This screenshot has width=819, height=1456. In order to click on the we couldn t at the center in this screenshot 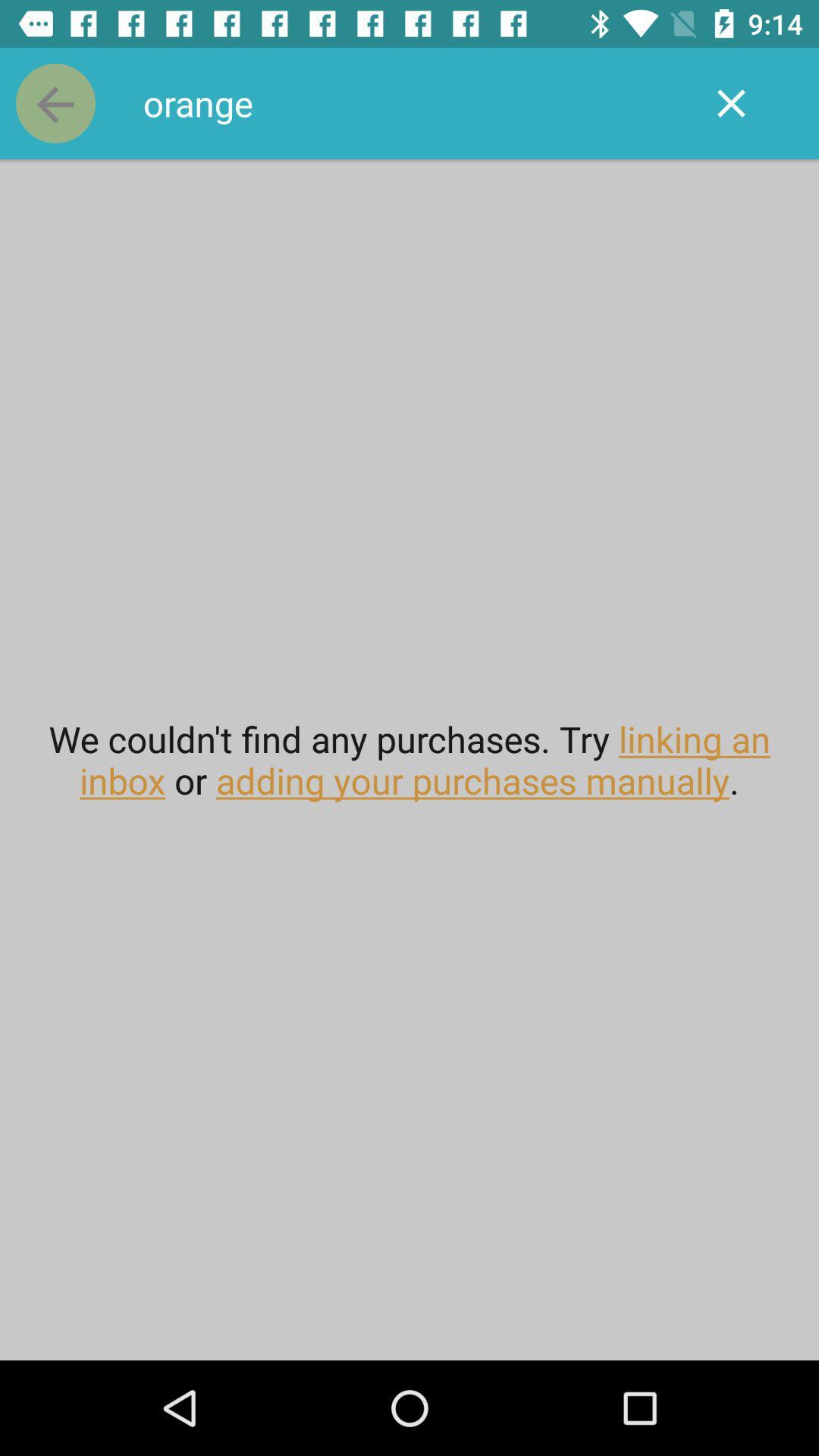, I will do `click(409, 760)`.